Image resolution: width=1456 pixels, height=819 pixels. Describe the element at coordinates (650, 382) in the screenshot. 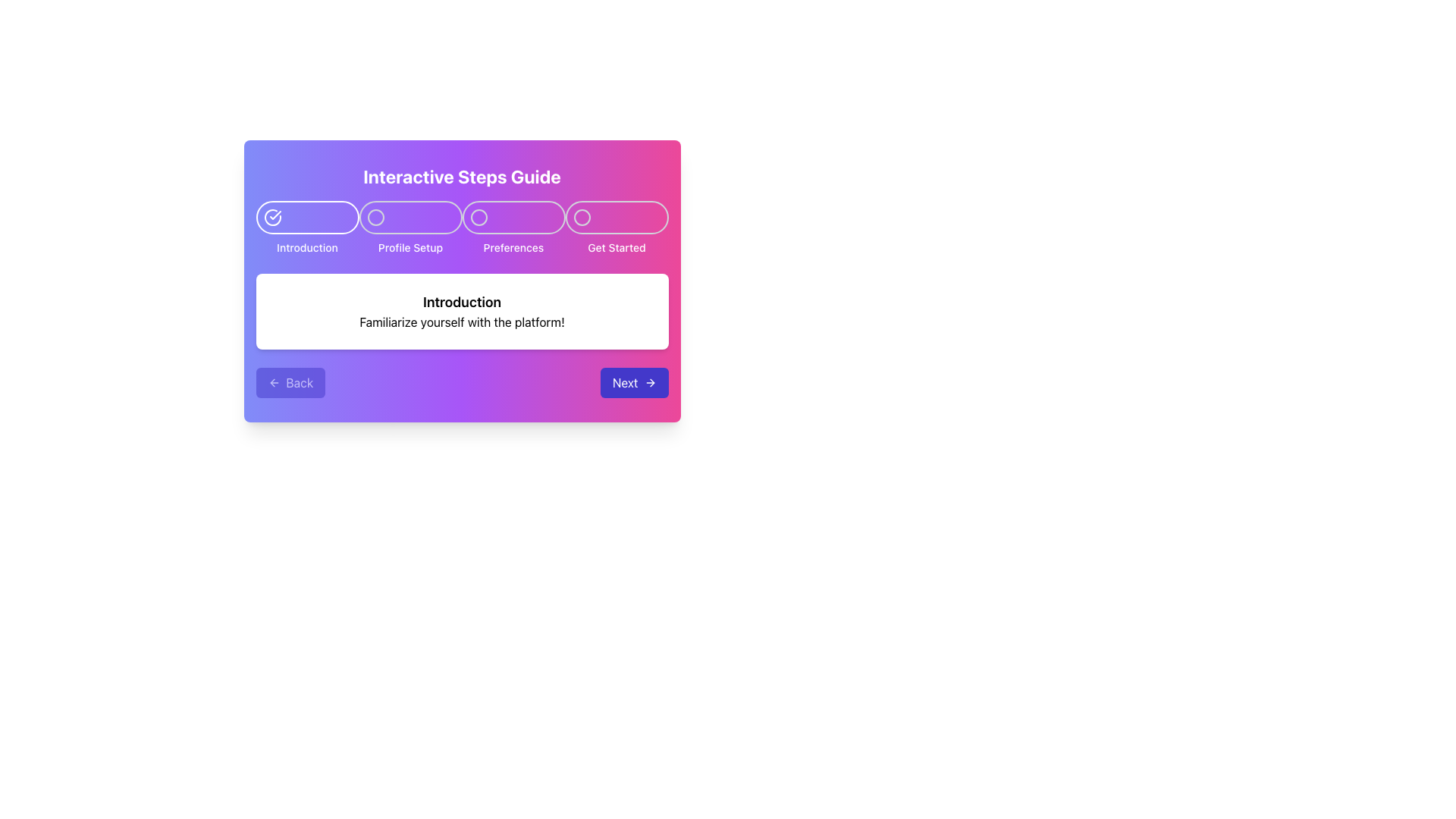

I see `the 'Next' button which contains a rightward arrow icon at its rightmost end` at that location.